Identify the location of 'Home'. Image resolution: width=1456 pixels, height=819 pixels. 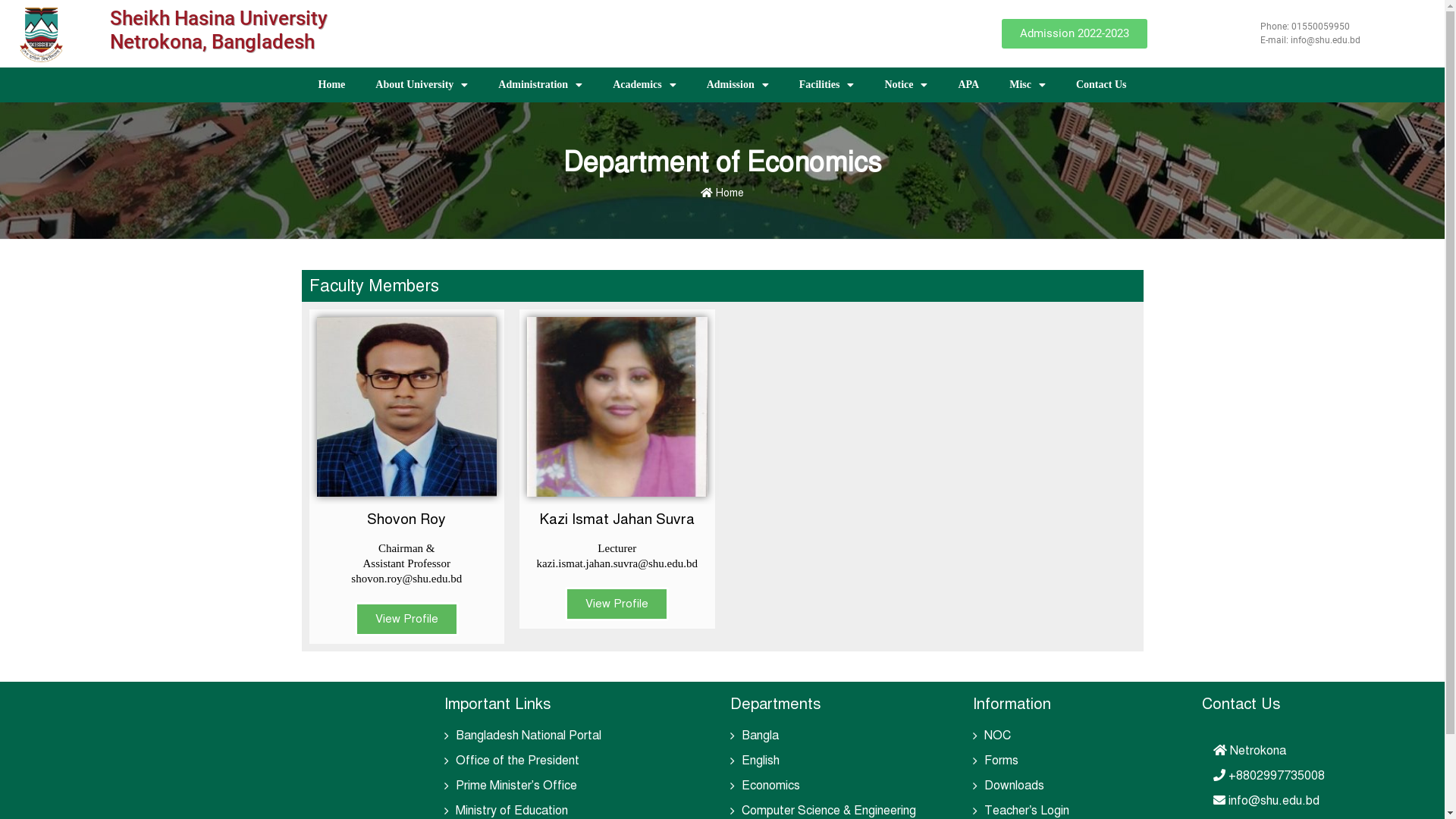
(331, 84).